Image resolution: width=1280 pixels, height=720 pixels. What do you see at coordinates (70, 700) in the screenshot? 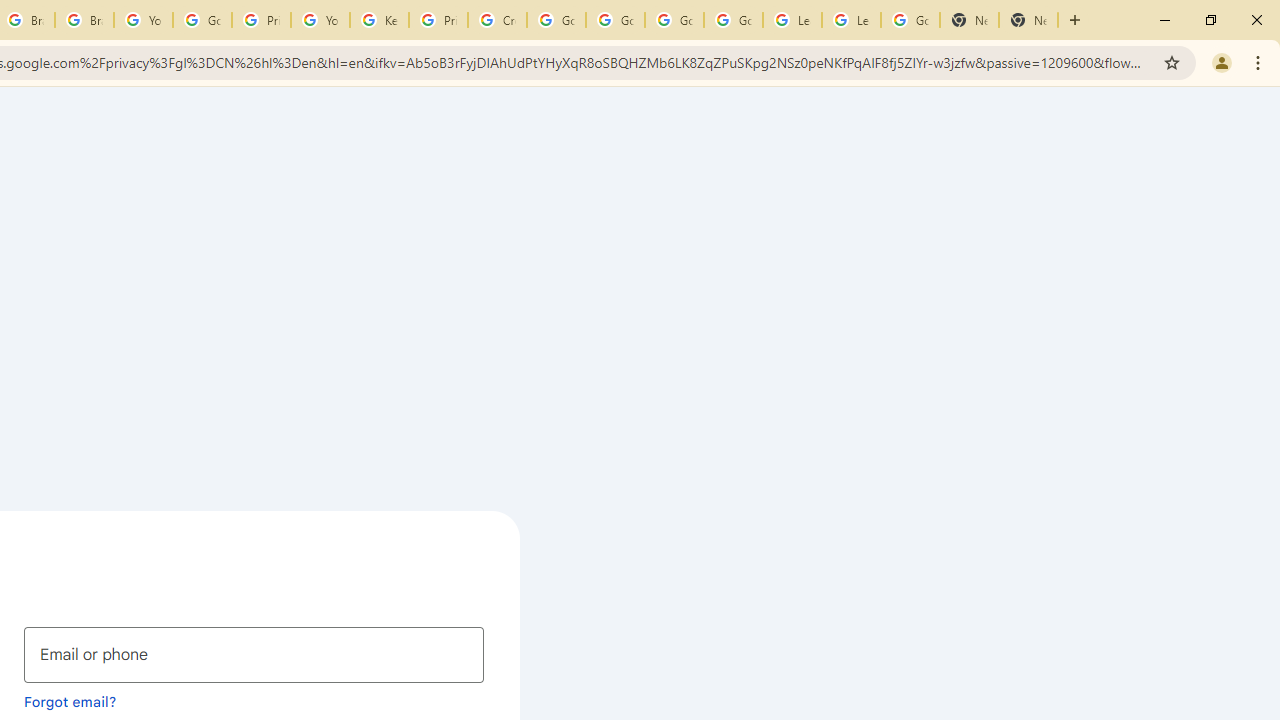
I see `'Forgot email?'` at bounding box center [70, 700].